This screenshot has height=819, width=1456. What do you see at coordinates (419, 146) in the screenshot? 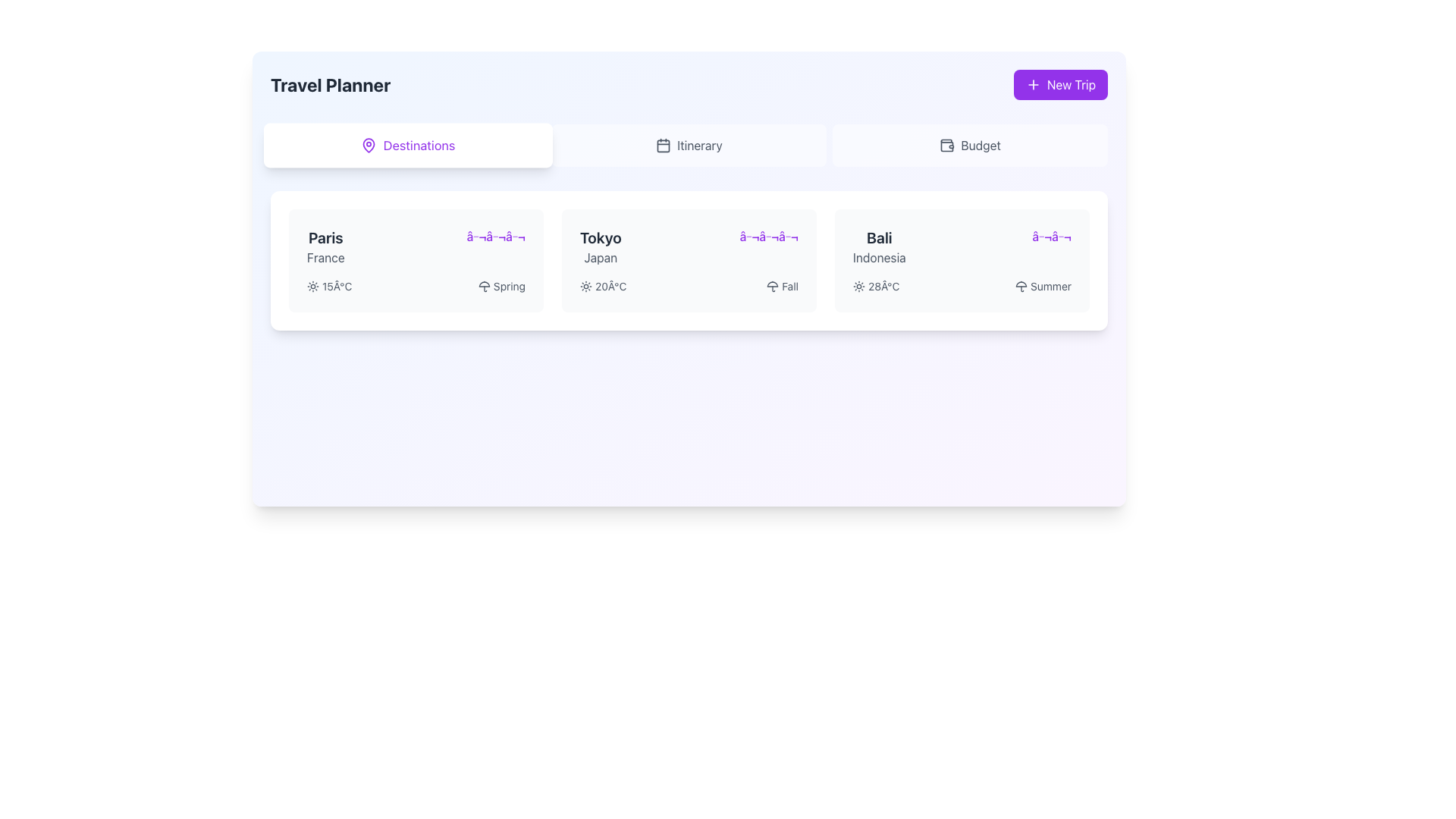
I see `the 'Destinations' text label, which serves as a navigation or filter option within the Travel Planner interface` at bounding box center [419, 146].